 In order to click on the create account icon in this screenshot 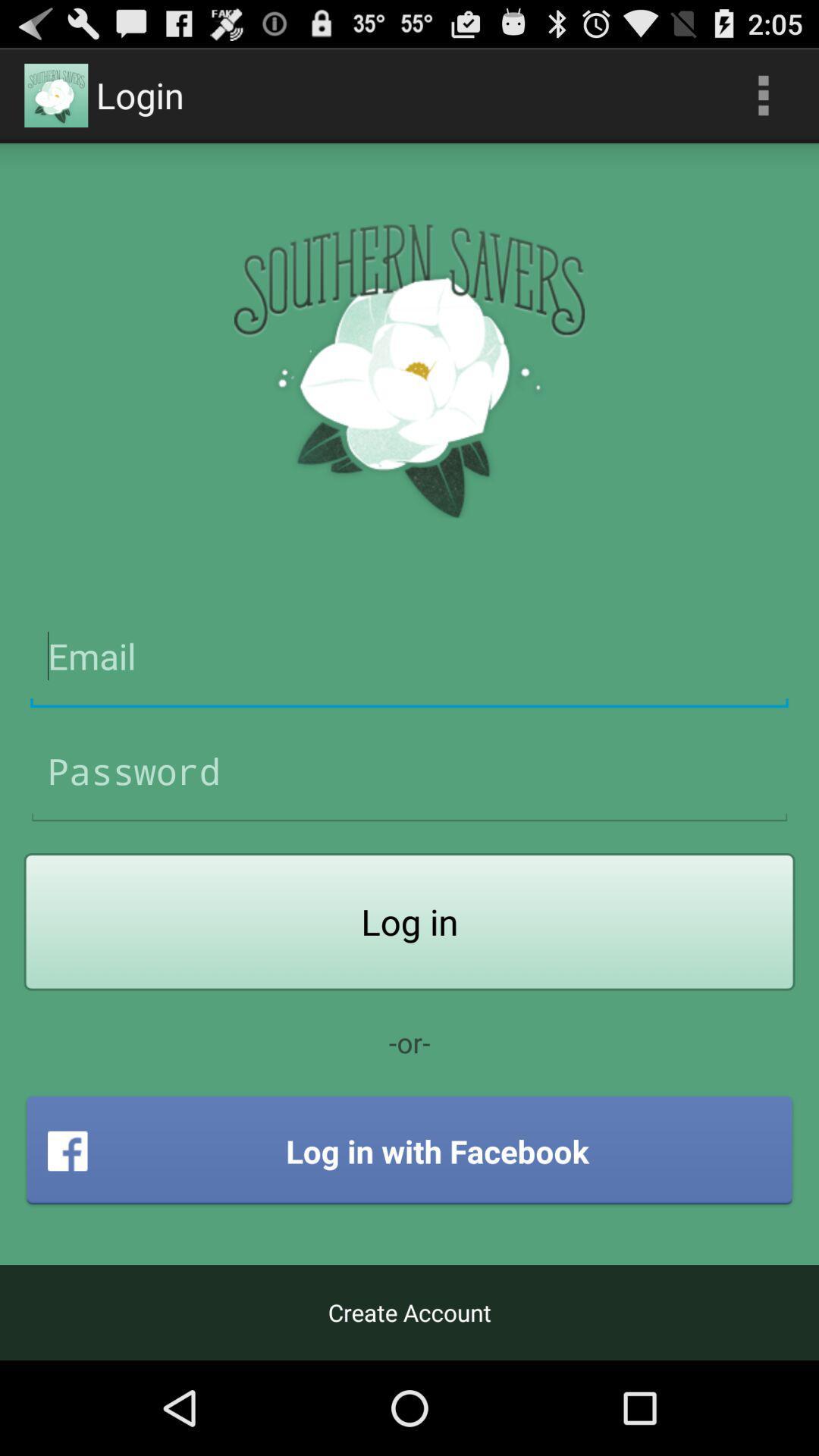, I will do `click(409, 1312)`.